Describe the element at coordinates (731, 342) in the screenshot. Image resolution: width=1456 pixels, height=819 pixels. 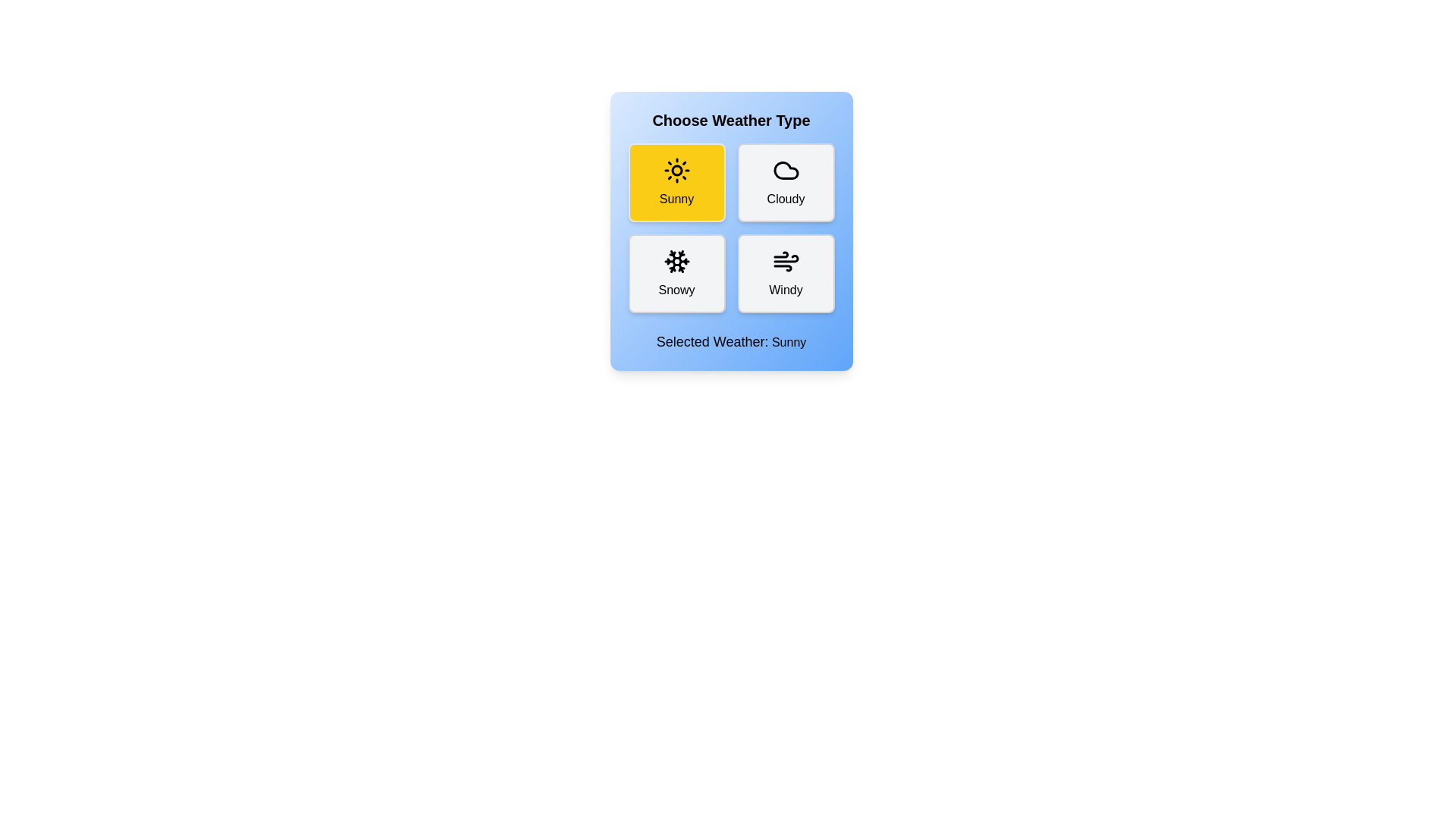
I see `the text content of the element displaying the selected weather` at that location.